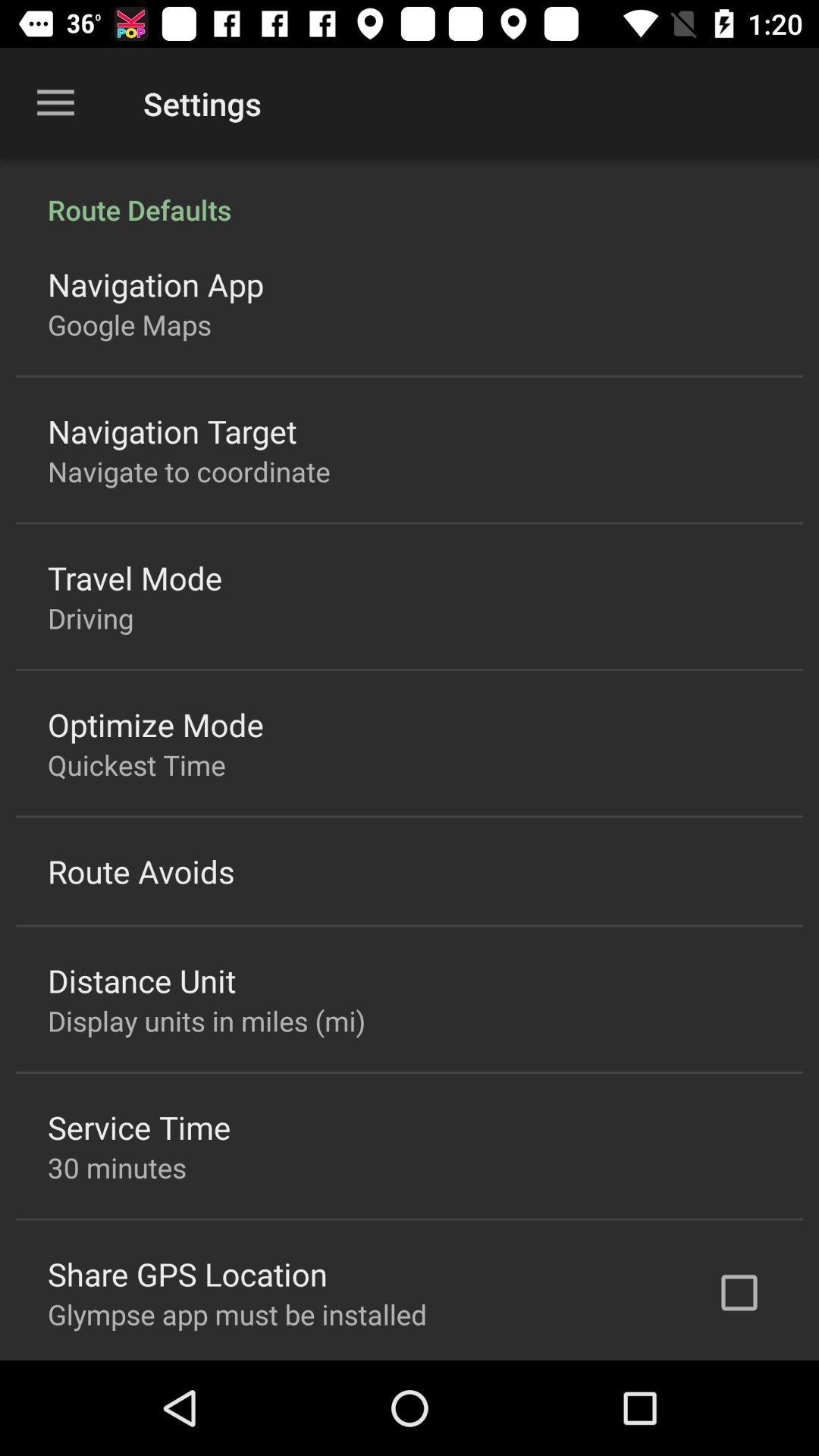 The image size is (819, 1456). Describe the element at coordinates (134, 577) in the screenshot. I see `travel mode icon` at that location.